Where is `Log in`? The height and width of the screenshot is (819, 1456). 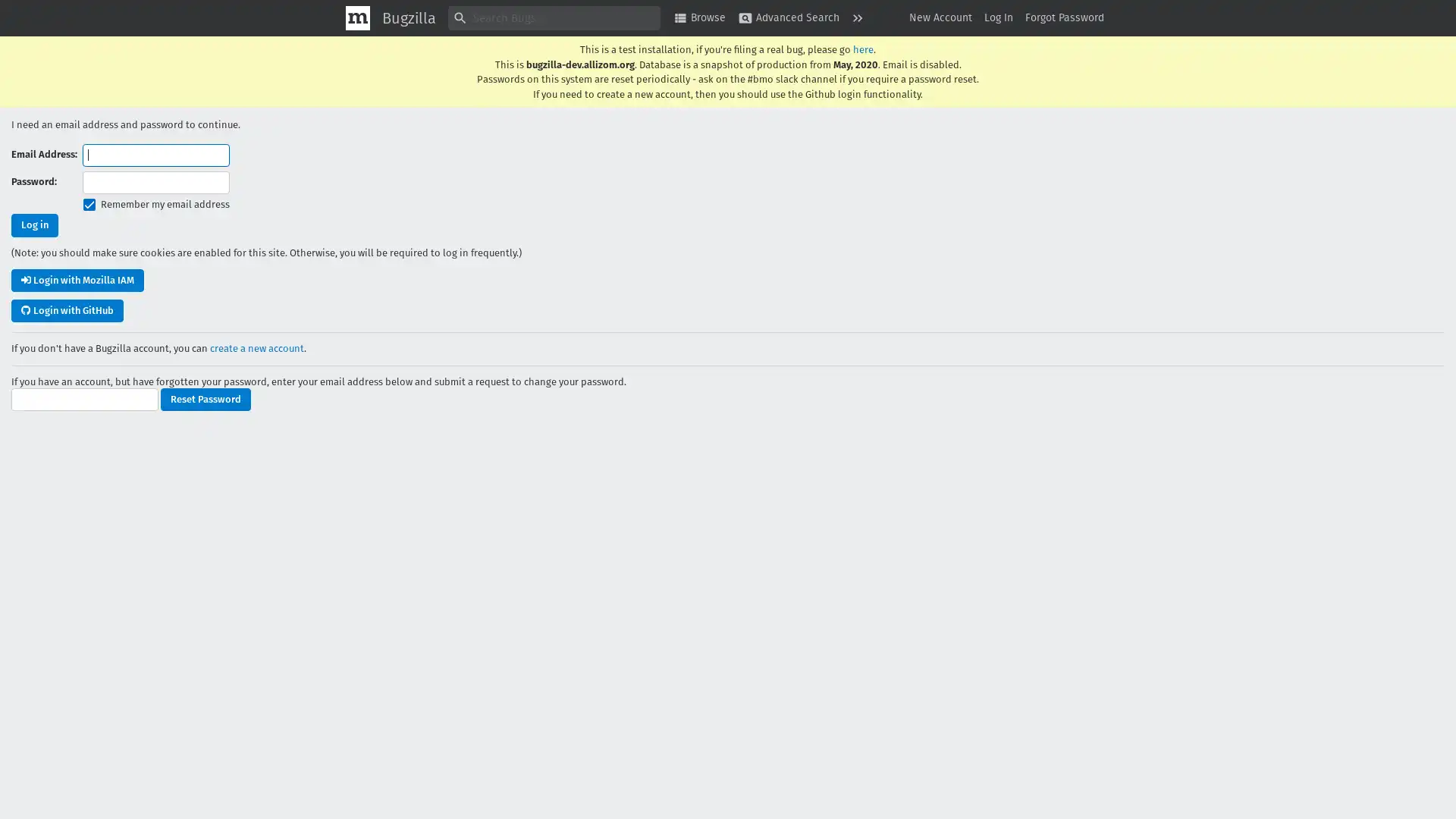 Log in is located at coordinates (35, 225).